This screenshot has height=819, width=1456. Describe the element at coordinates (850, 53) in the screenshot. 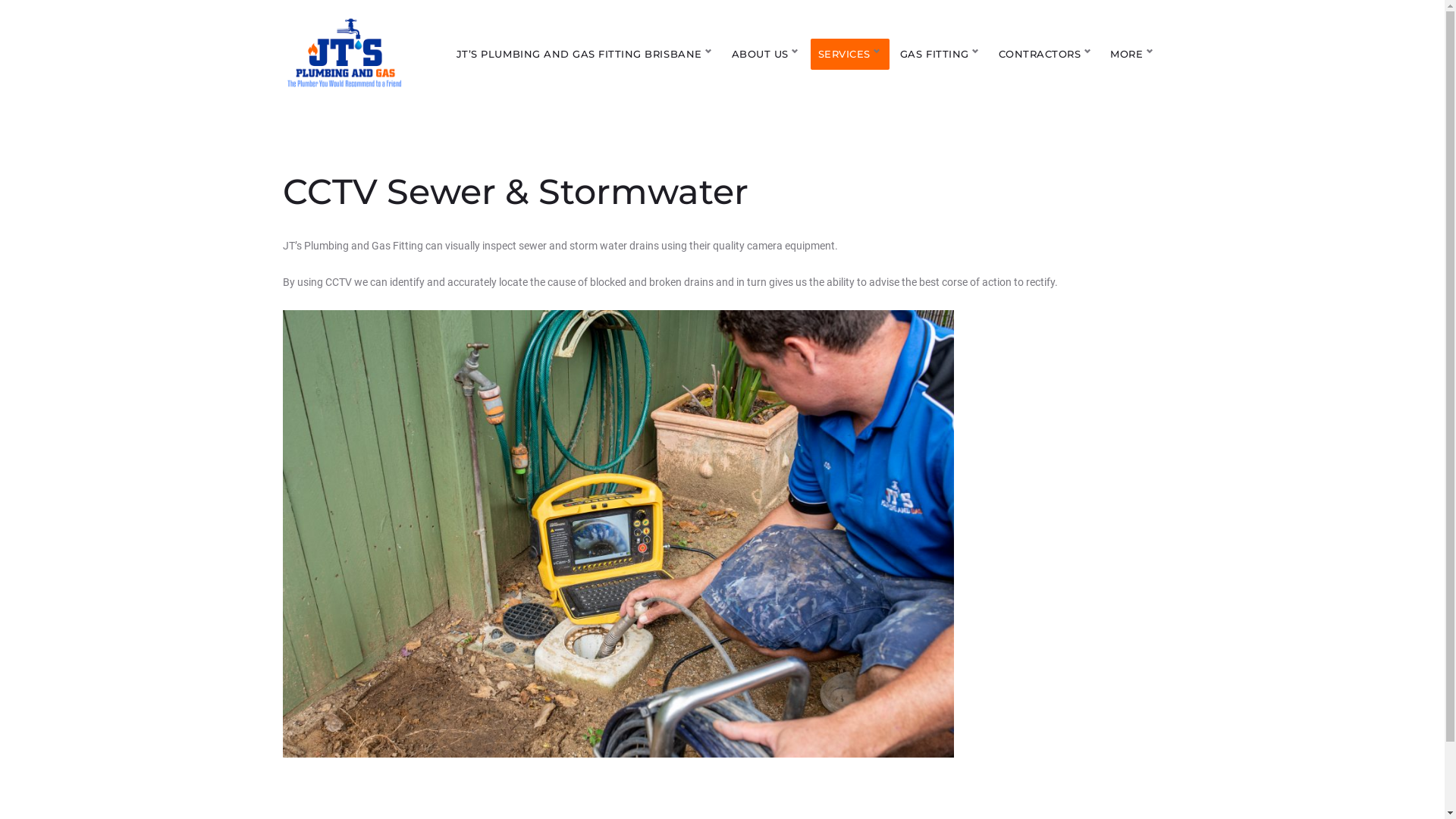

I see `'SERVICES'` at that location.